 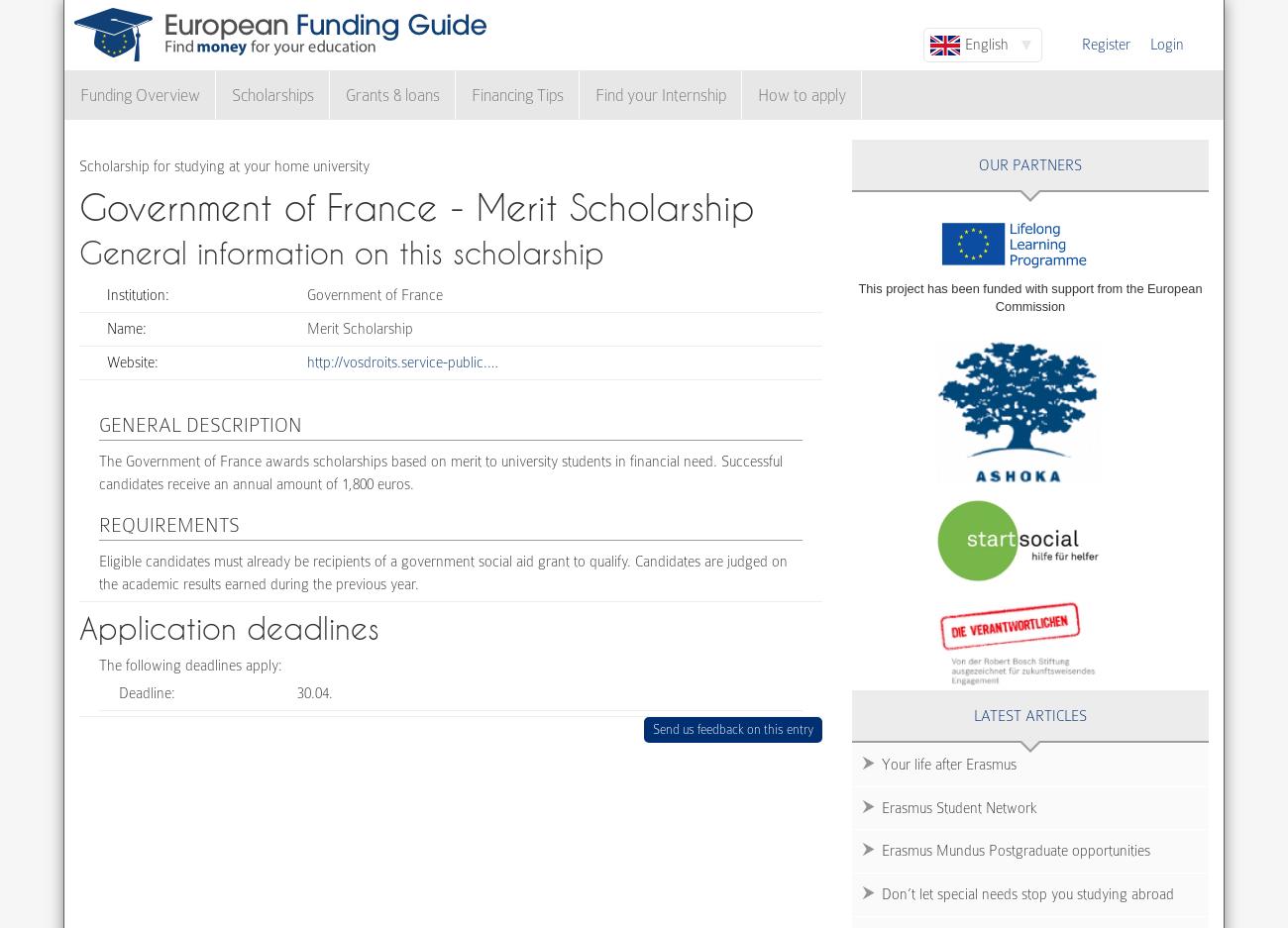 I want to click on 'Requirements', so click(x=168, y=524).